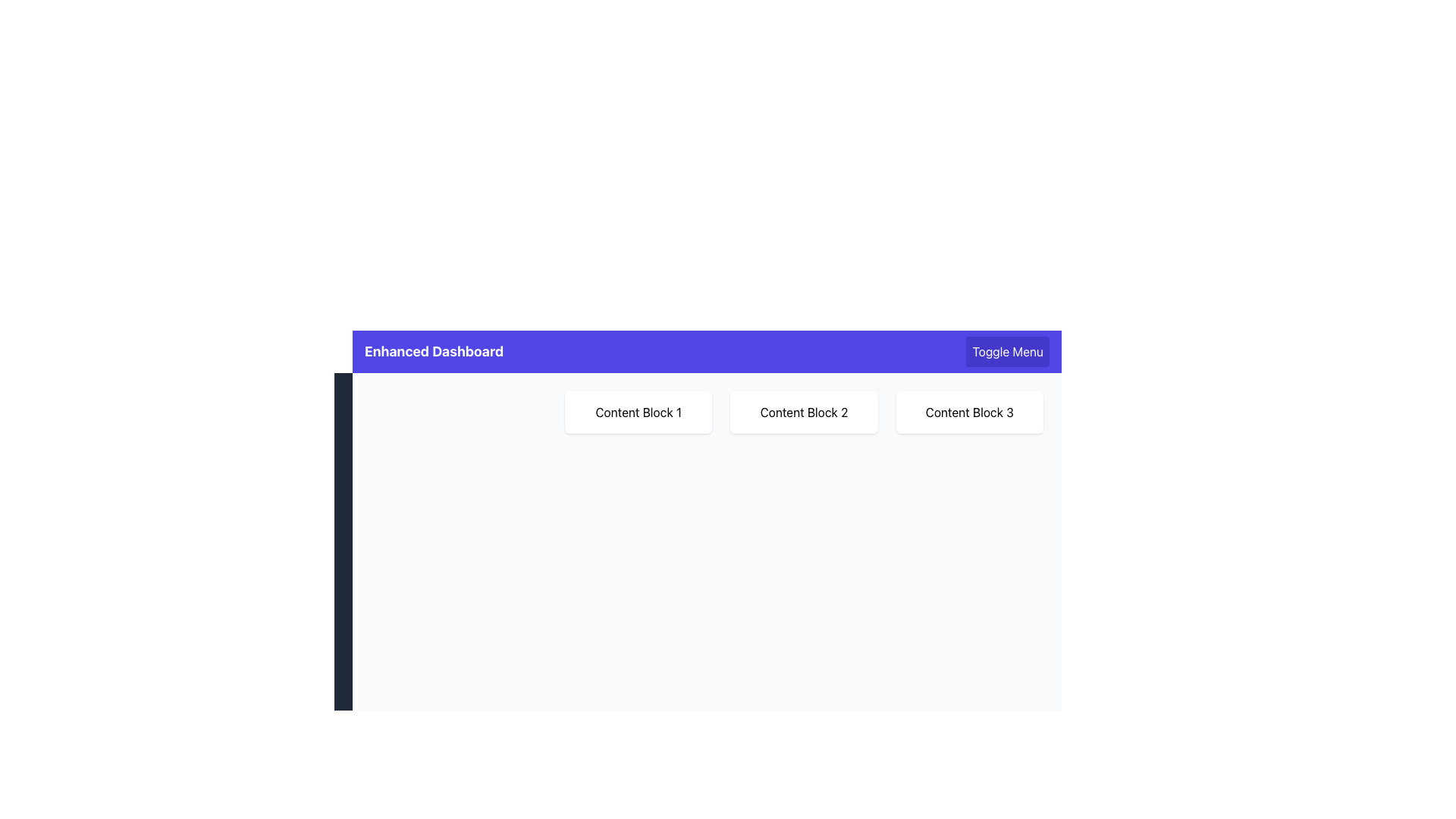  Describe the element at coordinates (803, 412) in the screenshot. I see `the second Content Box, which is centrally positioned between two other content blocks labeled 'Content Block 1' and 'Content Block 3', located below the navigation bar` at that location.